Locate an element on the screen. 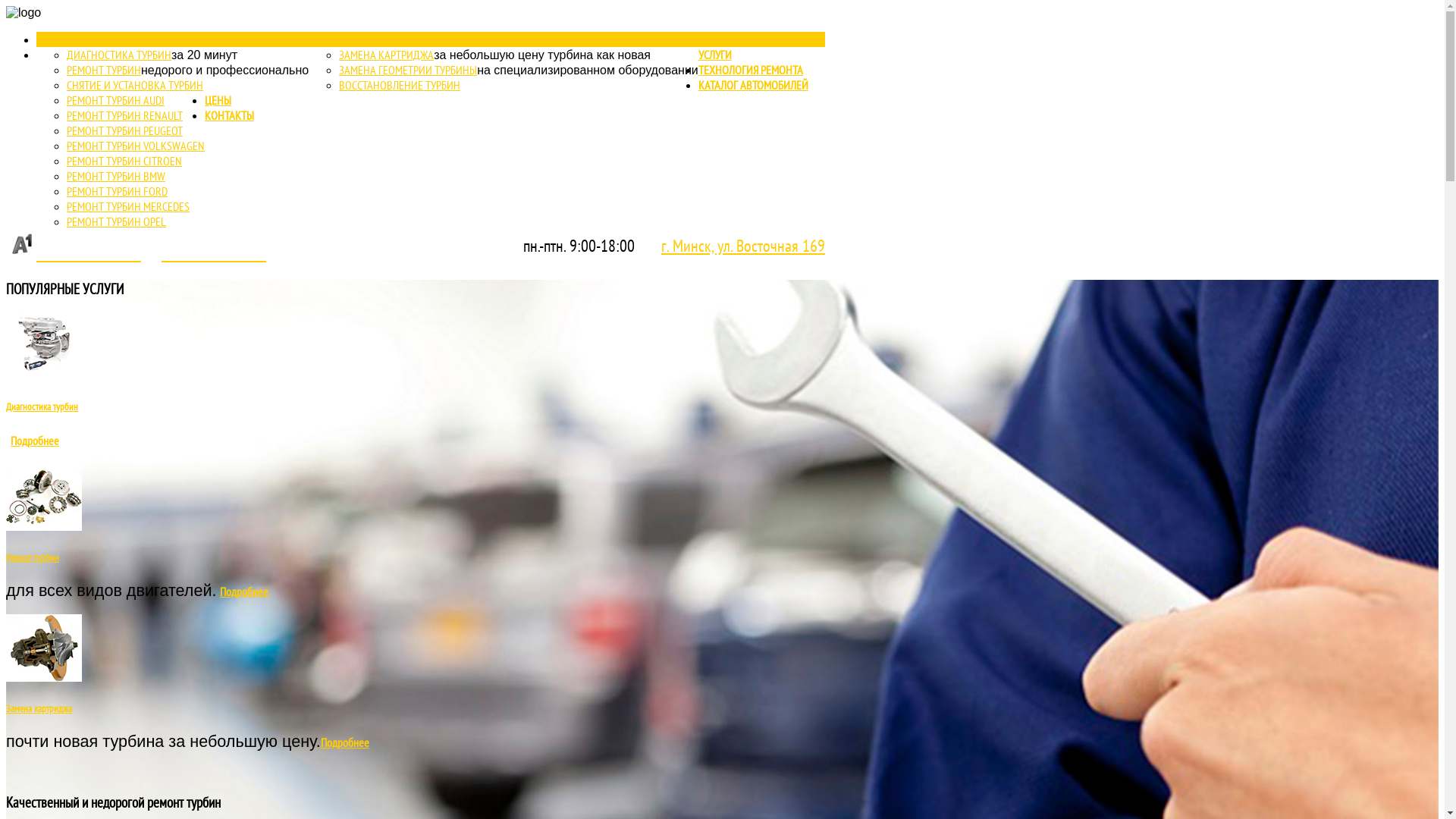  '+375 29 749-99-41' is located at coordinates (213, 252).